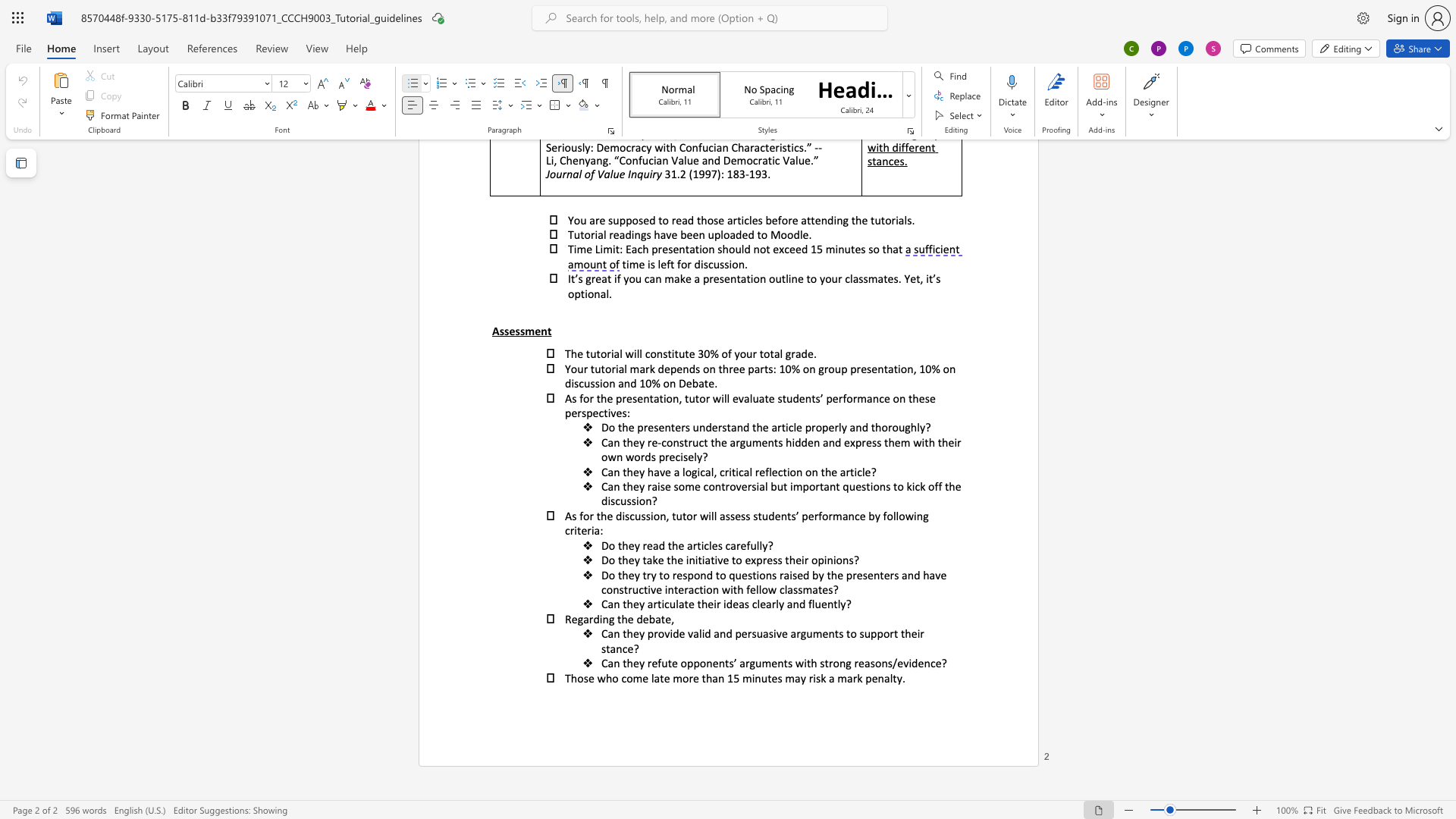  Describe the element at coordinates (711, 544) in the screenshot. I see `the space between the continuous character "l" and "e" in the text` at that location.